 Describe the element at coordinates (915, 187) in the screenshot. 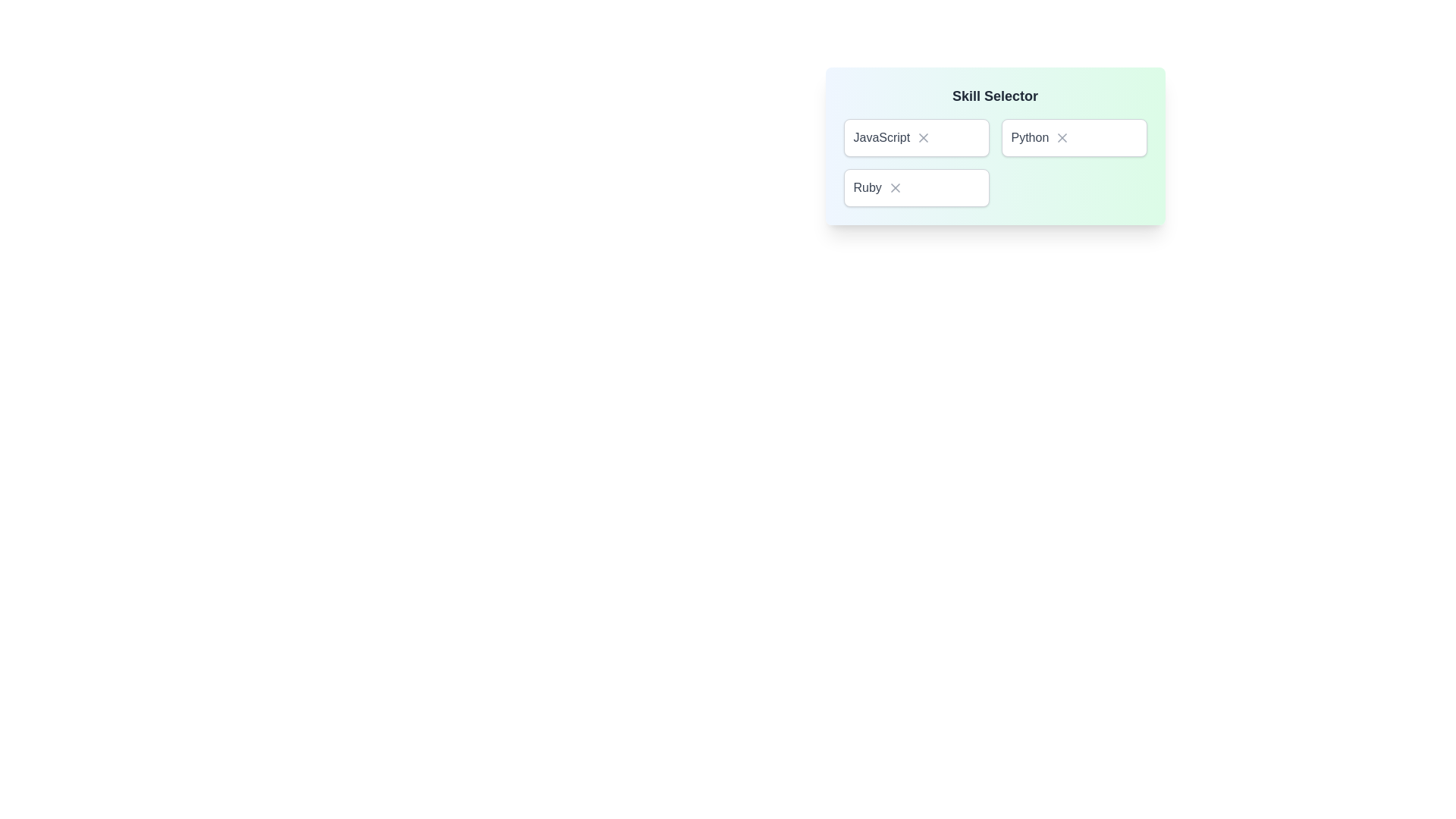

I see `the chip labeled Ruby` at that location.